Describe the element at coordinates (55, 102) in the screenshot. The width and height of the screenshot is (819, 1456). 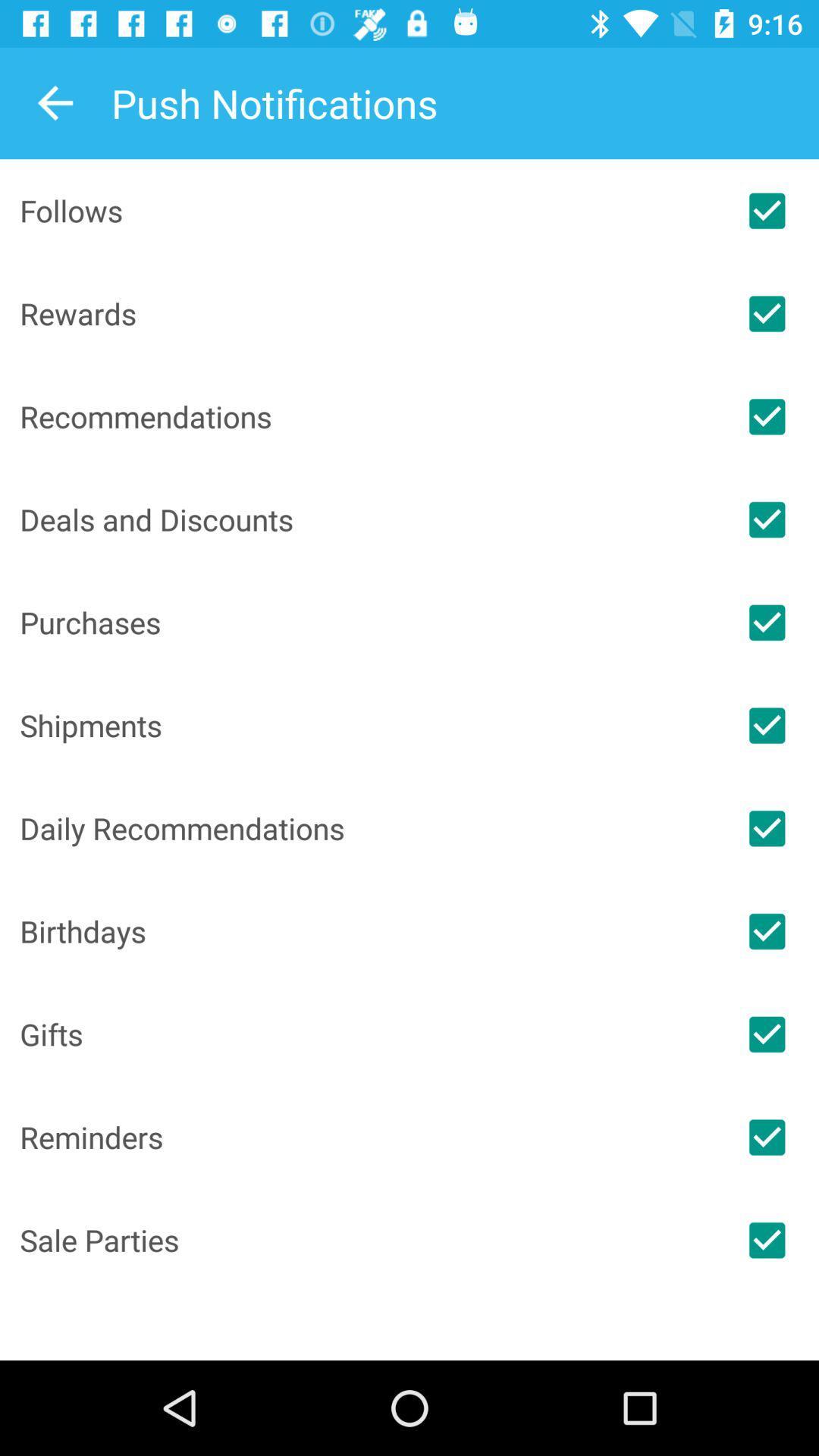
I see `item above follows icon` at that location.